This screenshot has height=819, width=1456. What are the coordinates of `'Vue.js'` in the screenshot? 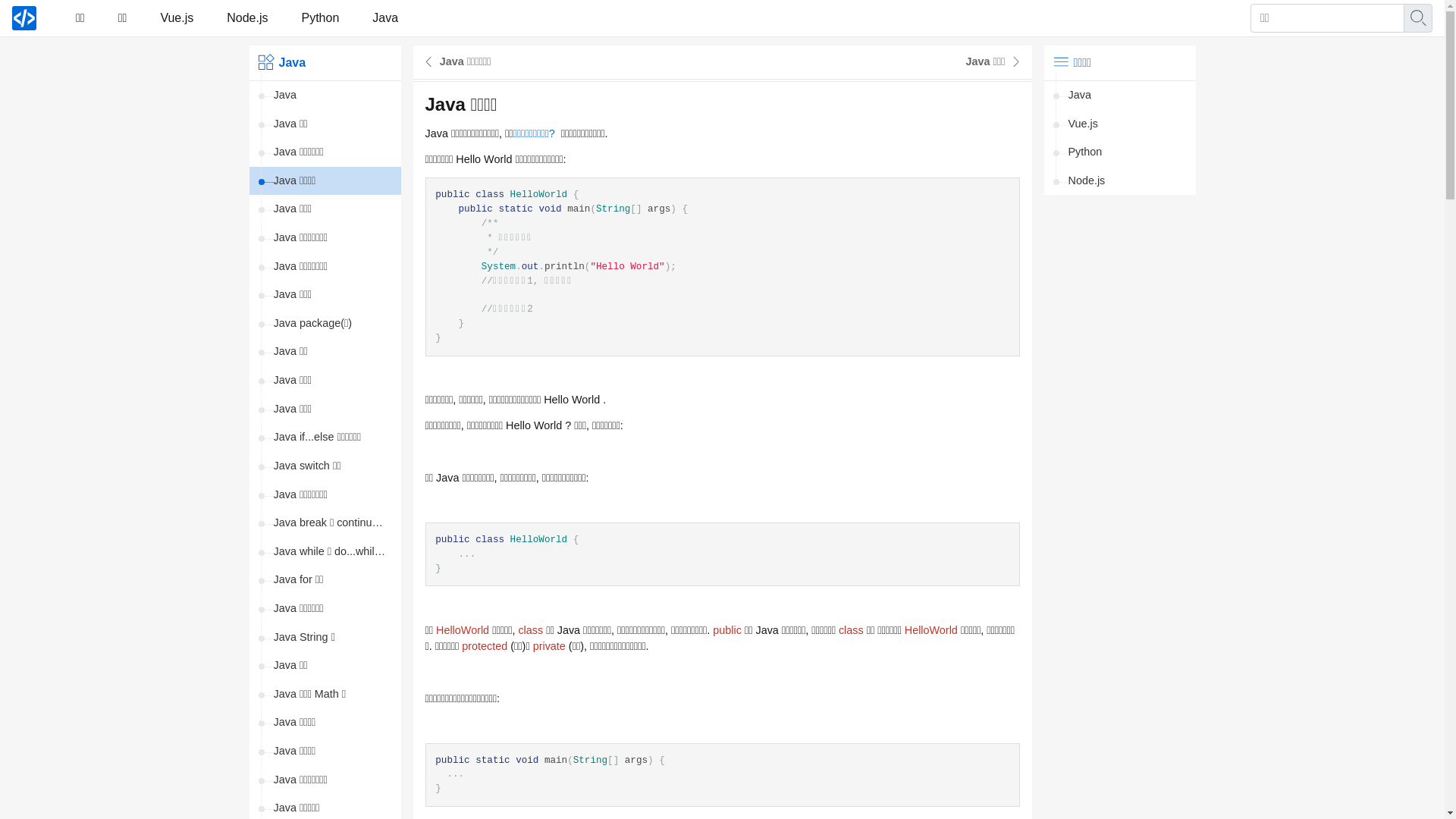 It's located at (1119, 124).